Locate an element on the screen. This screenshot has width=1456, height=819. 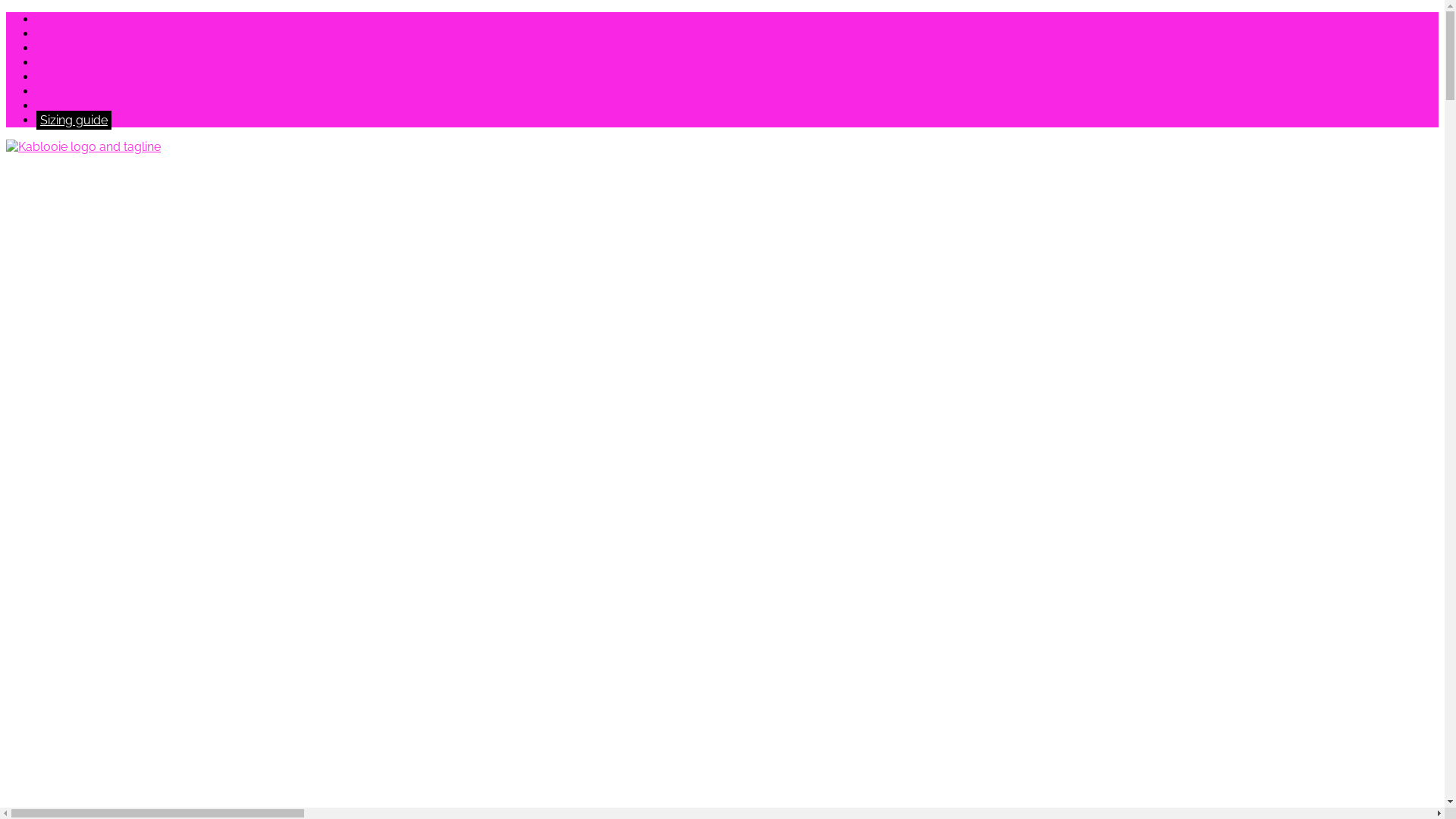
'About' is located at coordinates (36, 33).